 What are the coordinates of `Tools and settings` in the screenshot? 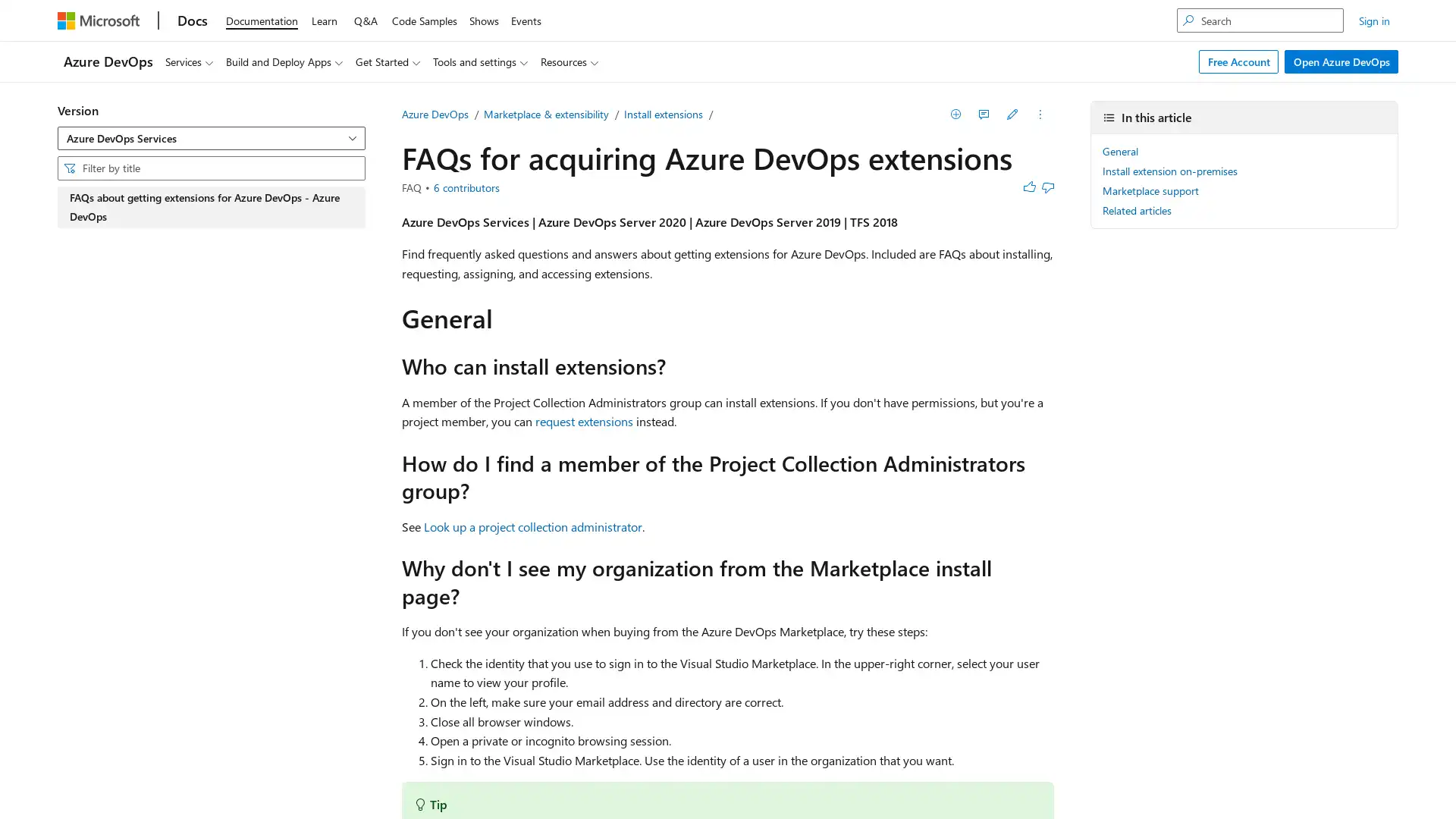 It's located at (479, 61).